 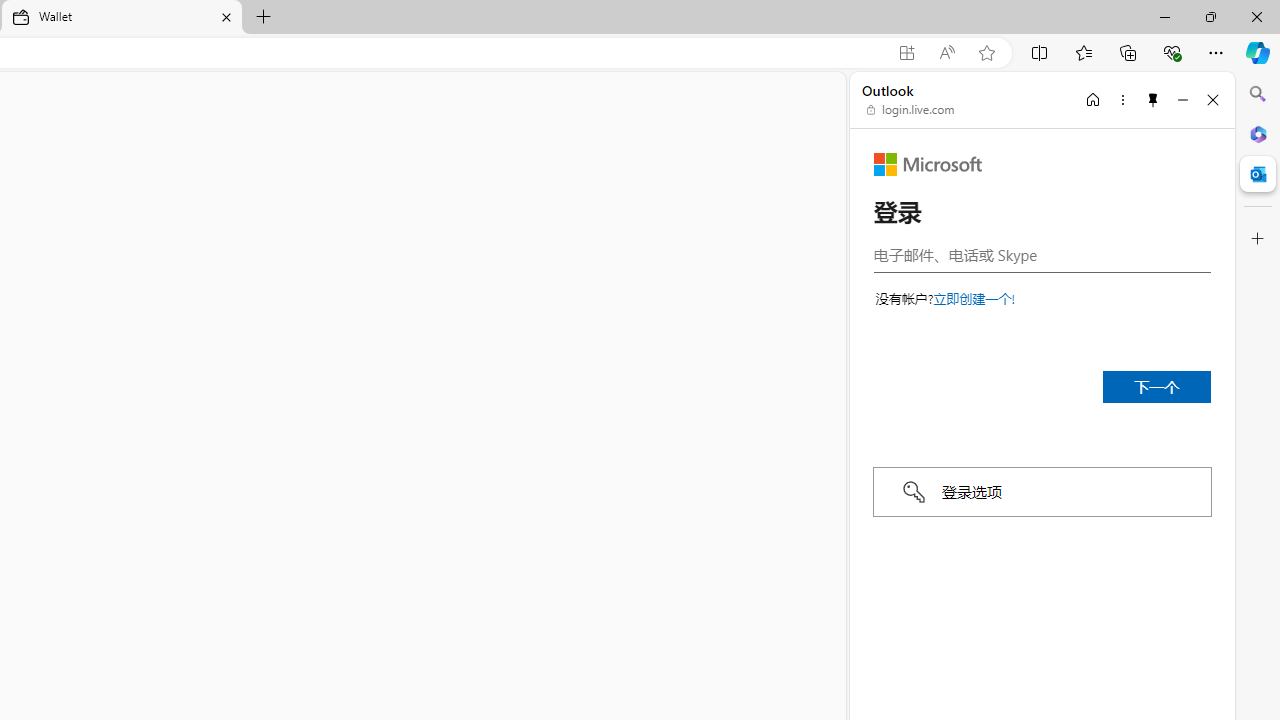 What do you see at coordinates (905, 52) in the screenshot?
I see `'App available. Install Microsoft Wallet'` at bounding box center [905, 52].